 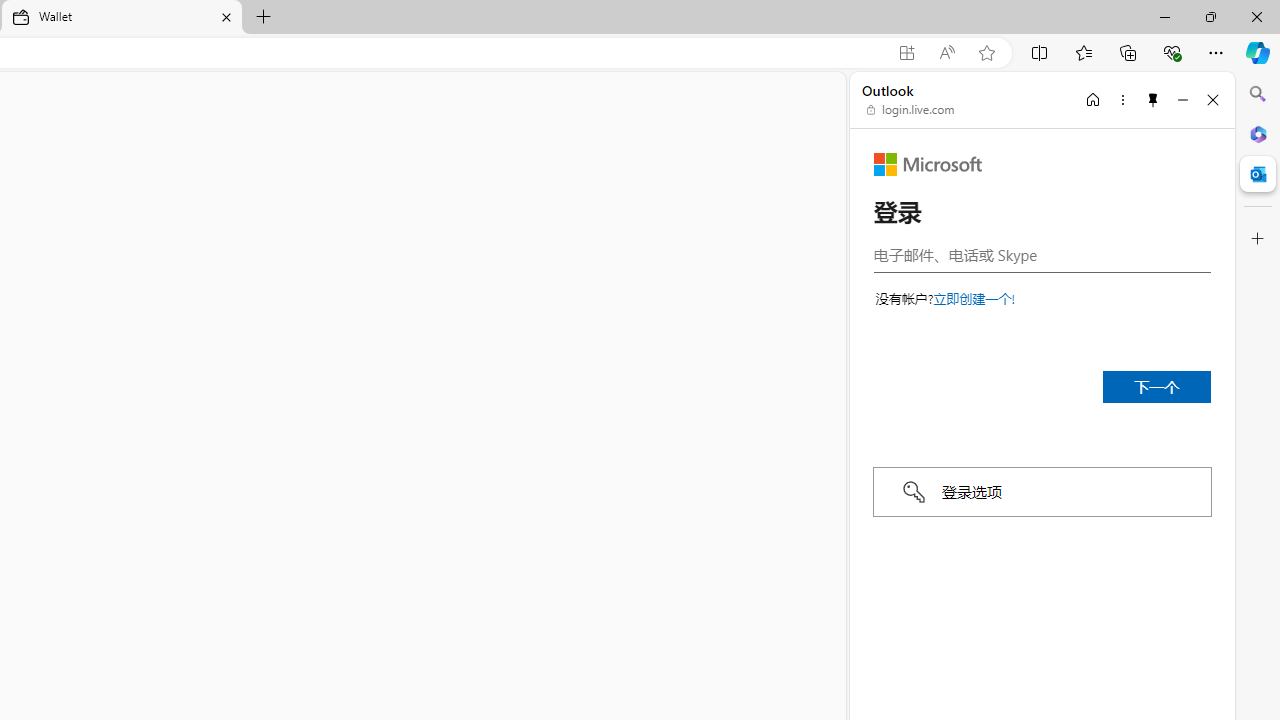 What do you see at coordinates (905, 52) in the screenshot?
I see `'App available. Install Microsoft Wallet'` at bounding box center [905, 52].